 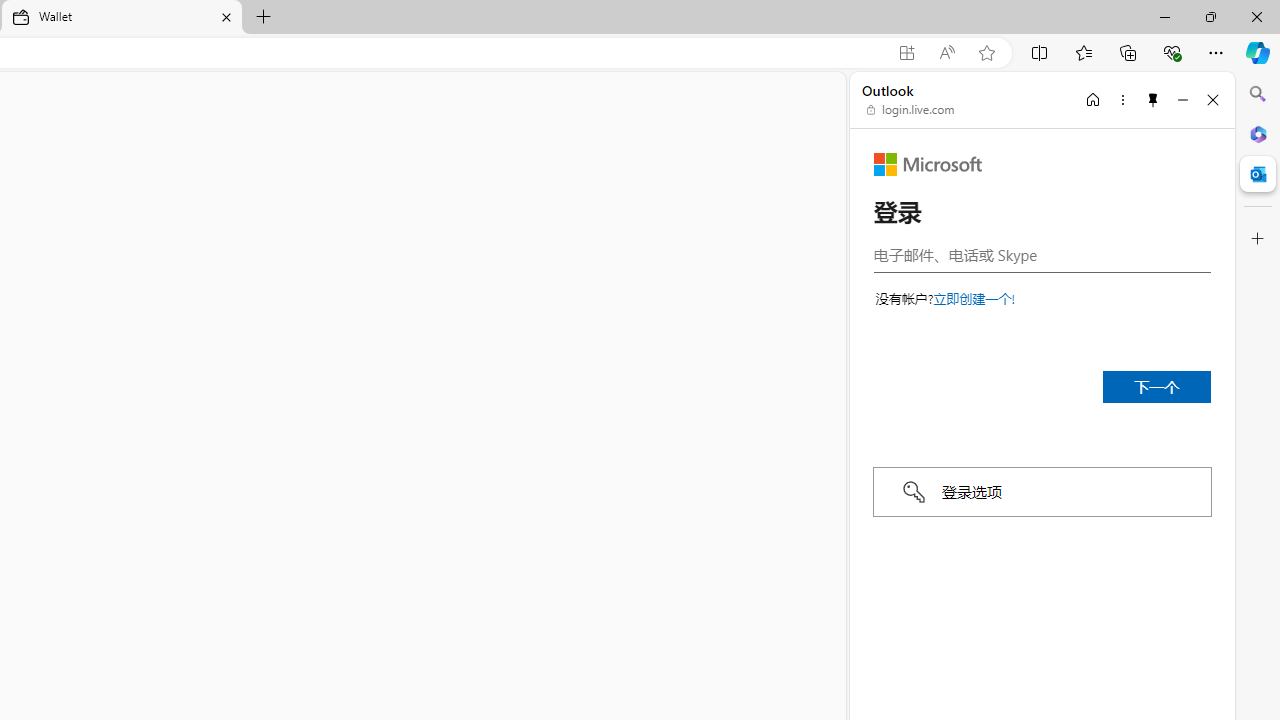 What do you see at coordinates (905, 52) in the screenshot?
I see `'App available. Install Microsoft Wallet'` at bounding box center [905, 52].